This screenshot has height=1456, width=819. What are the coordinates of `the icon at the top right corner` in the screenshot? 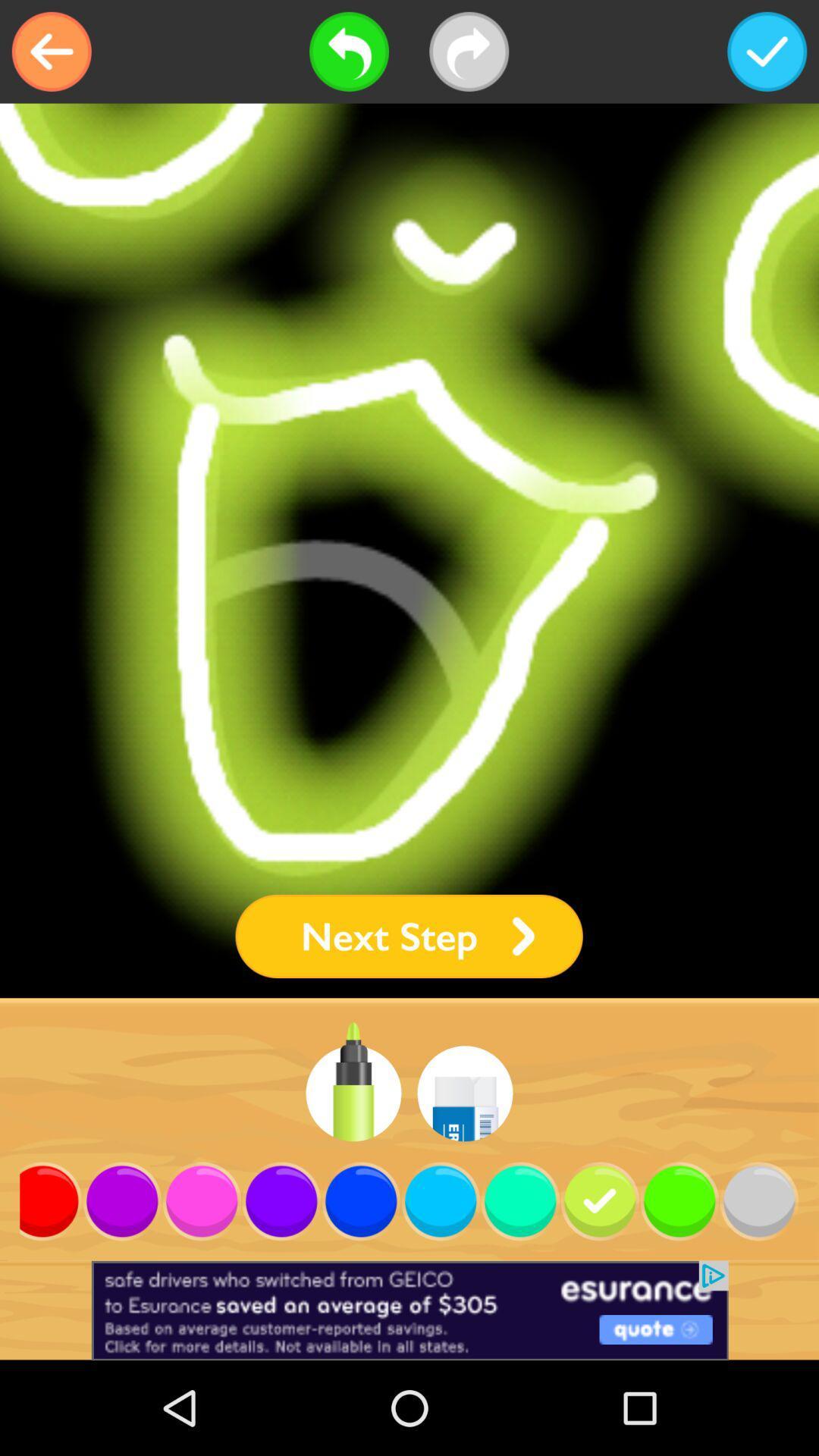 It's located at (767, 52).